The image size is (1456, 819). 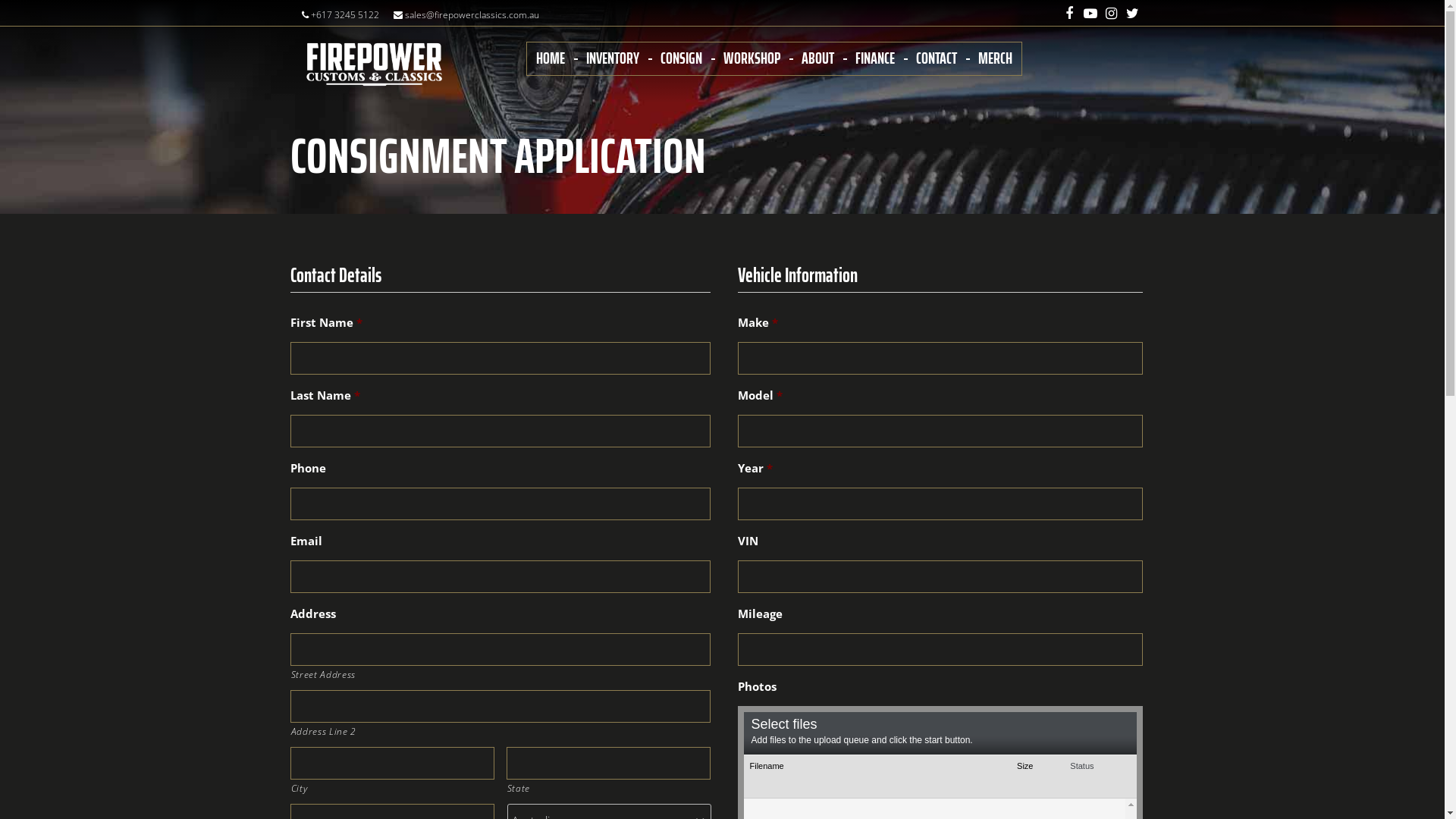 What do you see at coordinates (1132, 12) in the screenshot?
I see `'Twitter'` at bounding box center [1132, 12].